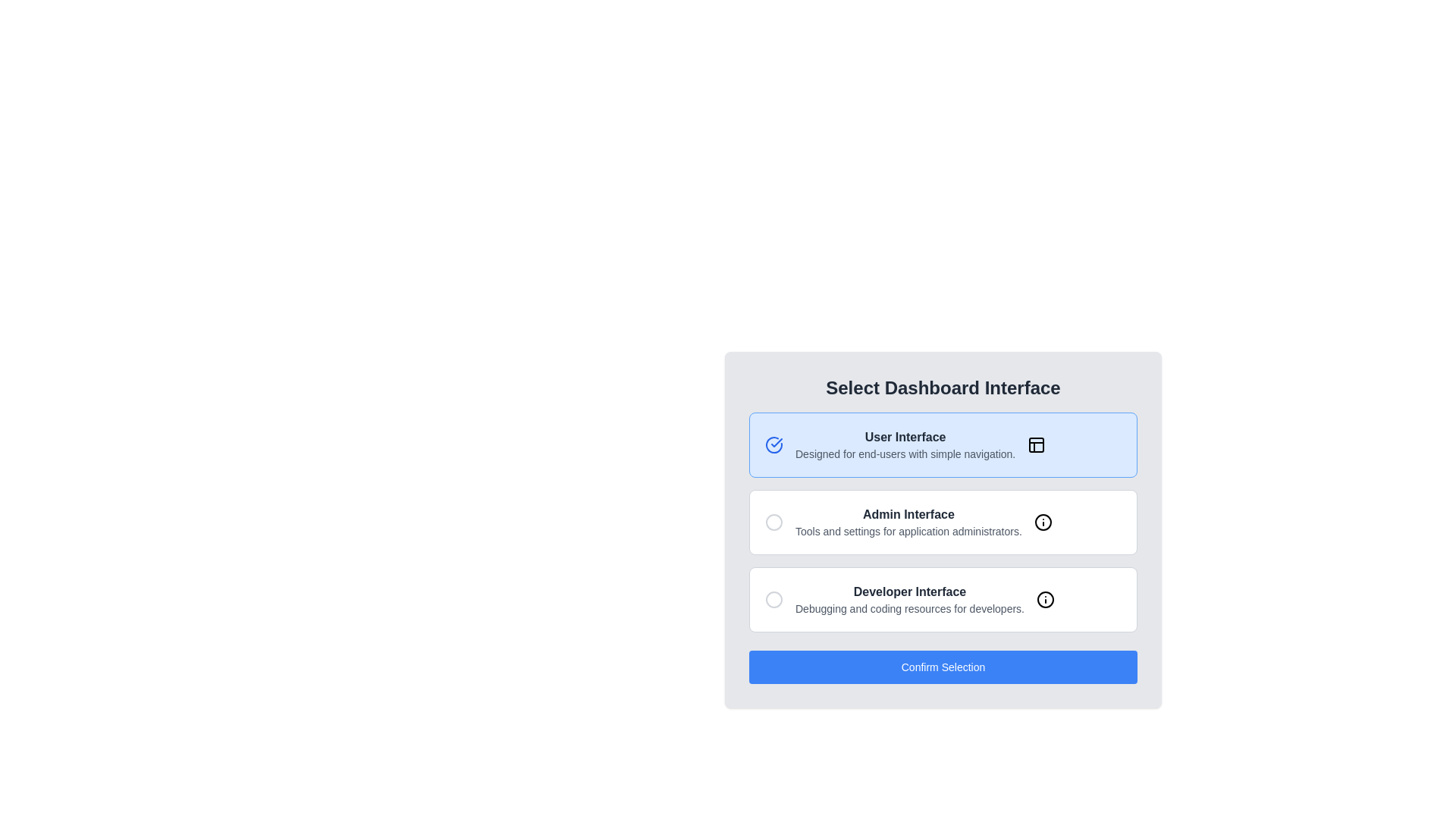  Describe the element at coordinates (774, 522) in the screenshot. I see `the circular radio button located to the far left of the 'Admin Interface' option` at that location.